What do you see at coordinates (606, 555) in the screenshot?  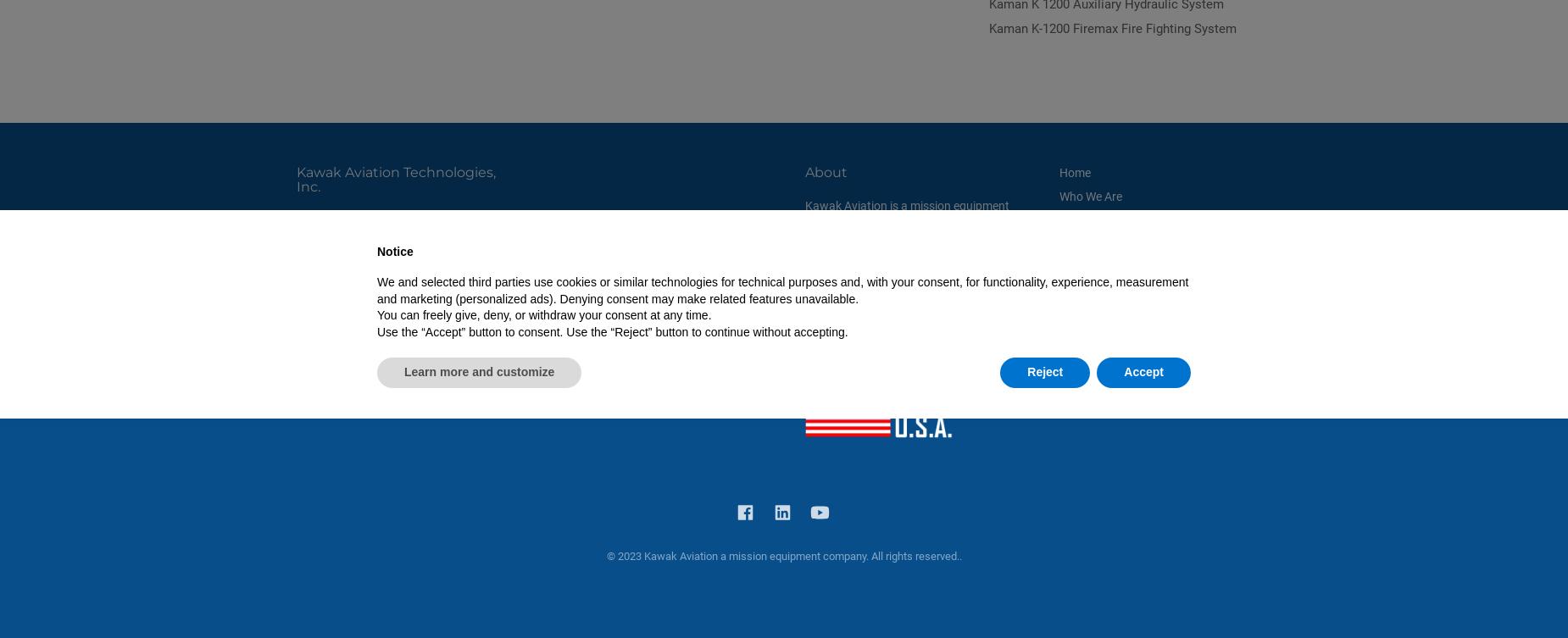 I see `'© 2023 Kawak Aviation a mission equipment company. All rights reserved..'` at bounding box center [606, 555].